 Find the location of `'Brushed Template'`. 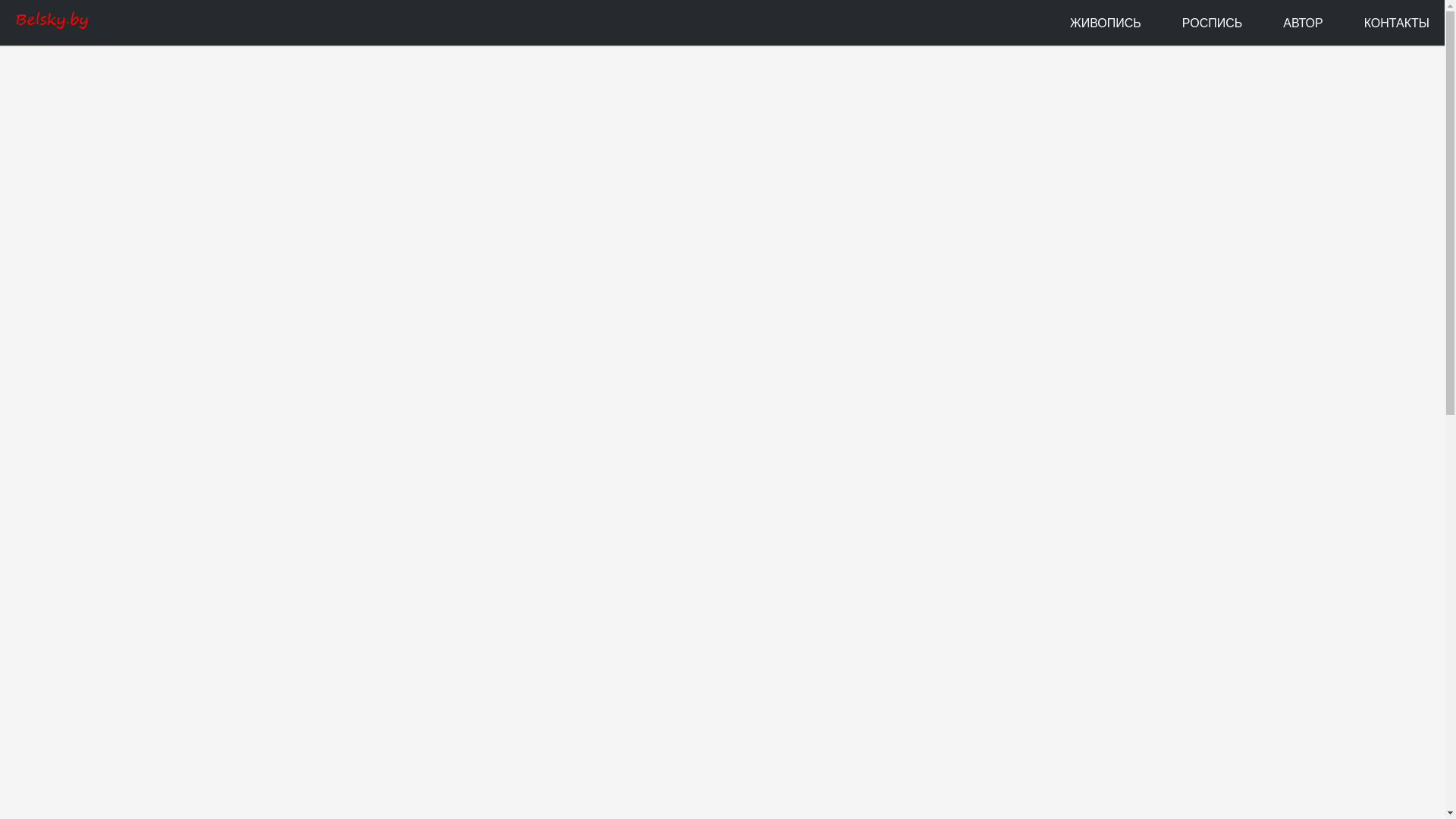

'Brushed Template' is located at coordinates (51, 23).